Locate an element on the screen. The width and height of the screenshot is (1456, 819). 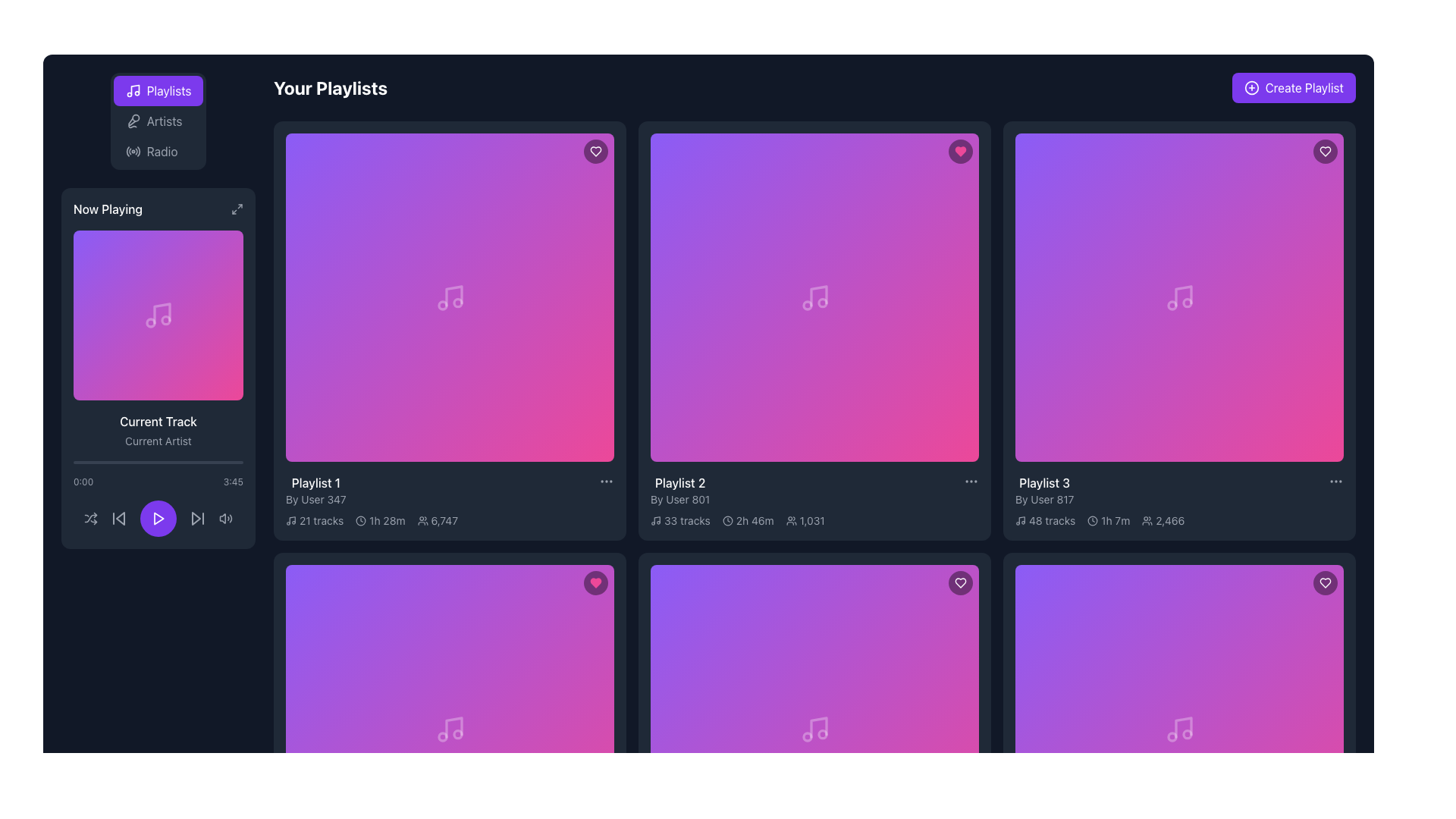
the musical note icon, which is a light line style icon with reduced opacity, located at the center of the bottom-right card in a grid layout is located at coordinates (1178, 728).